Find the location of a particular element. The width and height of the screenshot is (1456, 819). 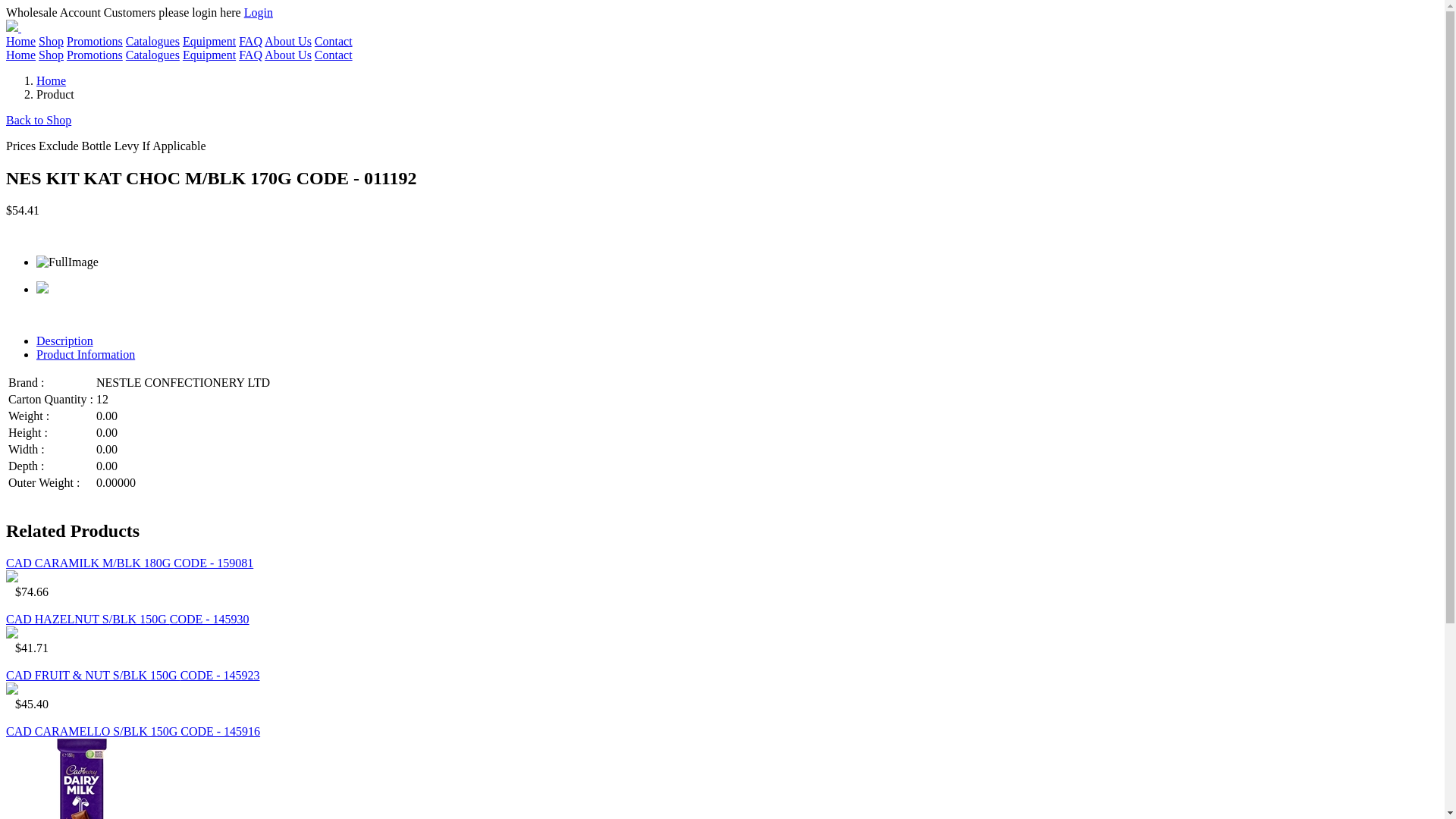

'Login' is located at coordinates (258, 12).